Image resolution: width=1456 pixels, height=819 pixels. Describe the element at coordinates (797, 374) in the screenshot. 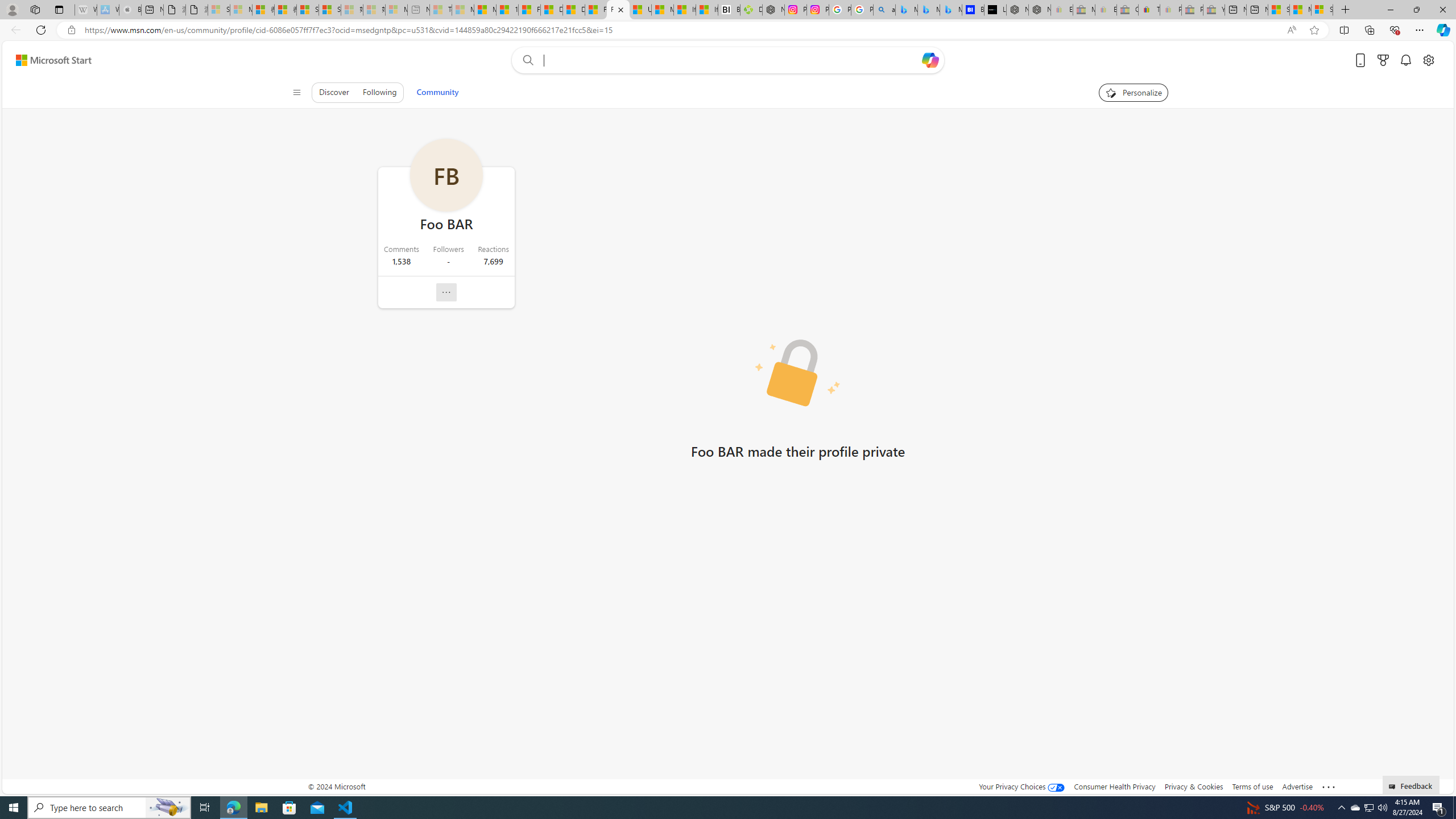

I see `'Private profile picture'` at that location.